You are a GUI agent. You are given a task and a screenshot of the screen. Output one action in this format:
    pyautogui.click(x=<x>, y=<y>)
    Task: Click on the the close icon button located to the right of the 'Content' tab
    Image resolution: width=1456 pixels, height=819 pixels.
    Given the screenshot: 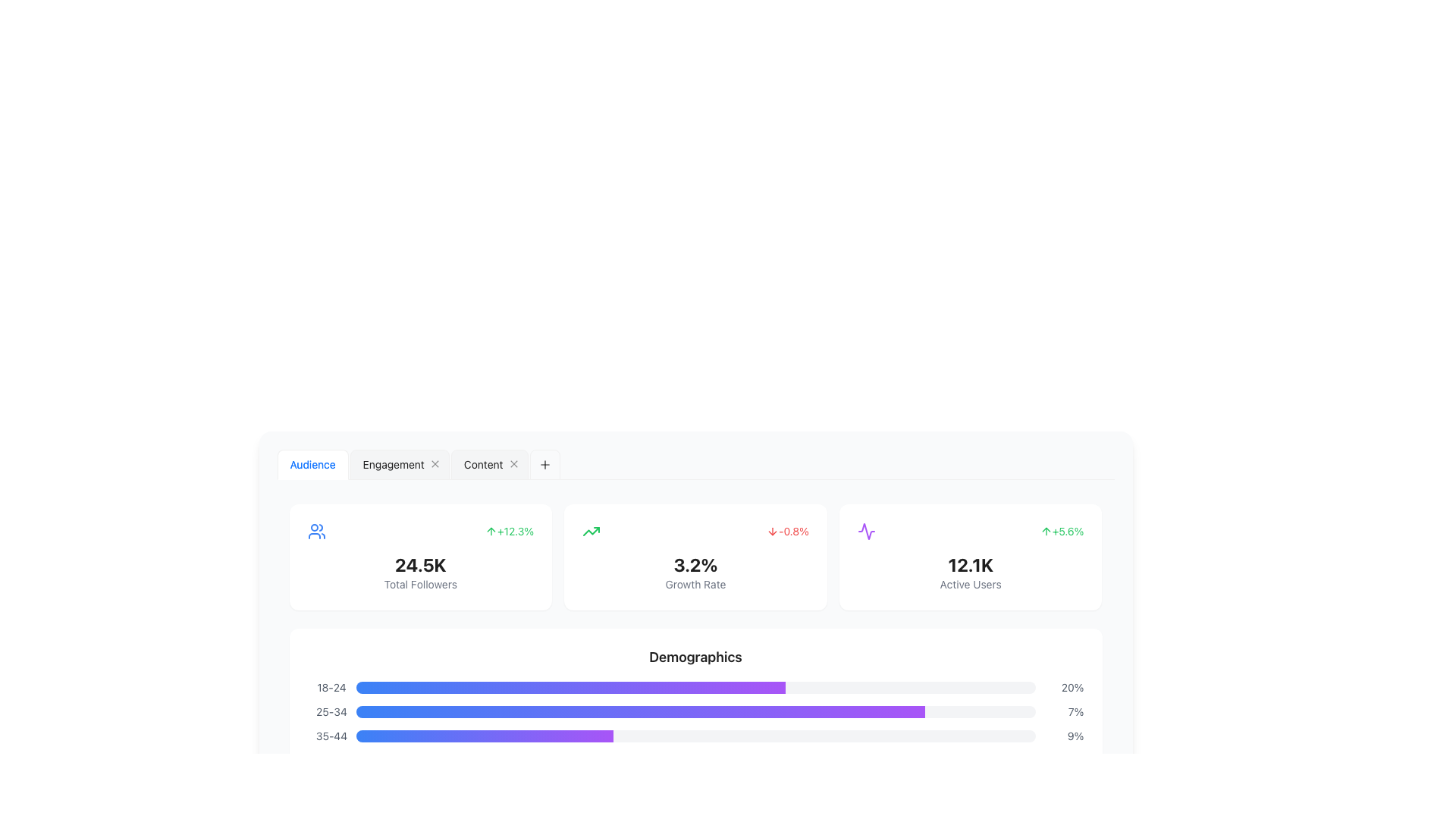 What is the action you would take?
    pyautogui.click(x=513, y=463)
    